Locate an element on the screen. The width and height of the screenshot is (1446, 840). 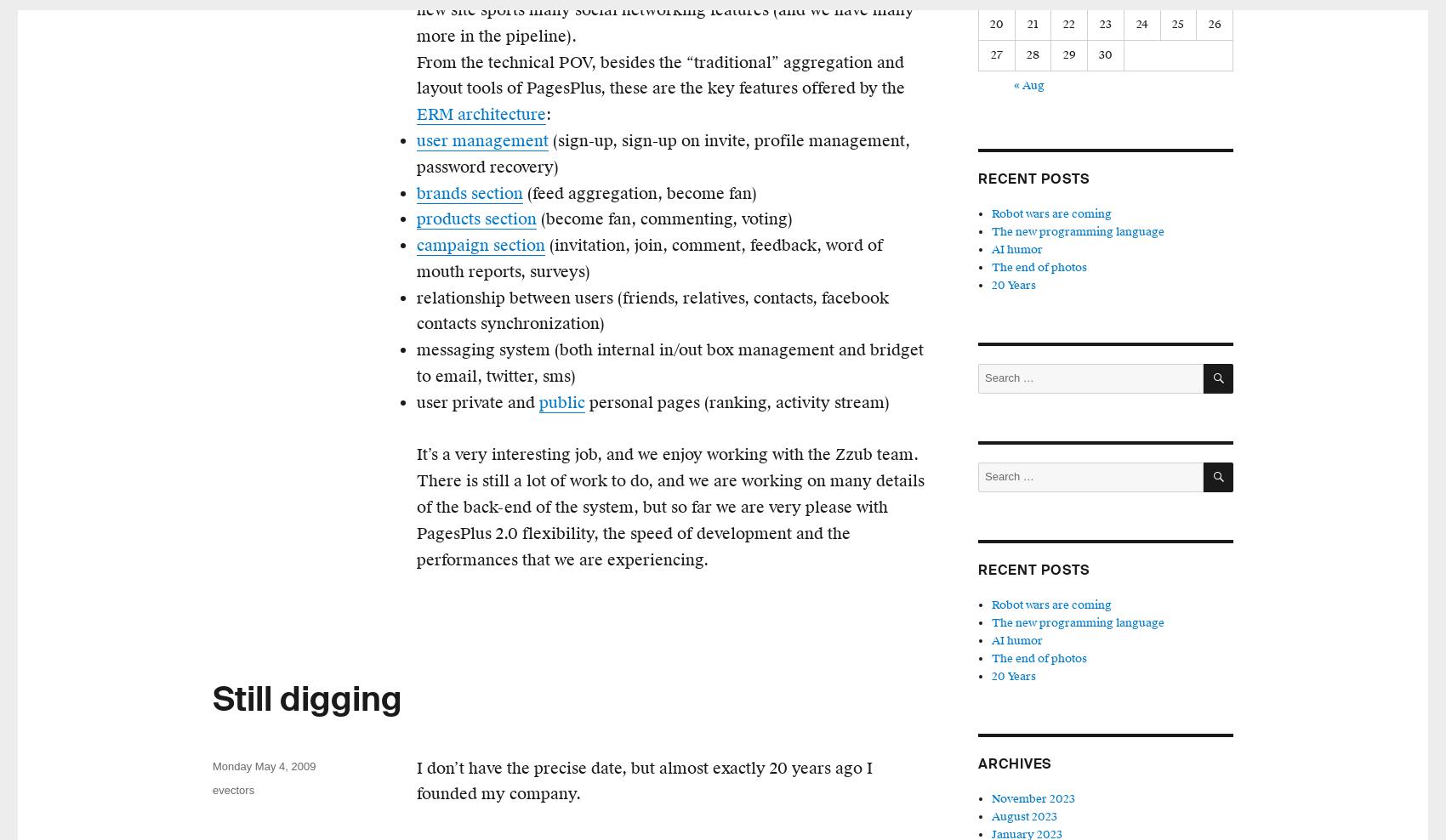
'evectors' is located at coordinates (233, 789).